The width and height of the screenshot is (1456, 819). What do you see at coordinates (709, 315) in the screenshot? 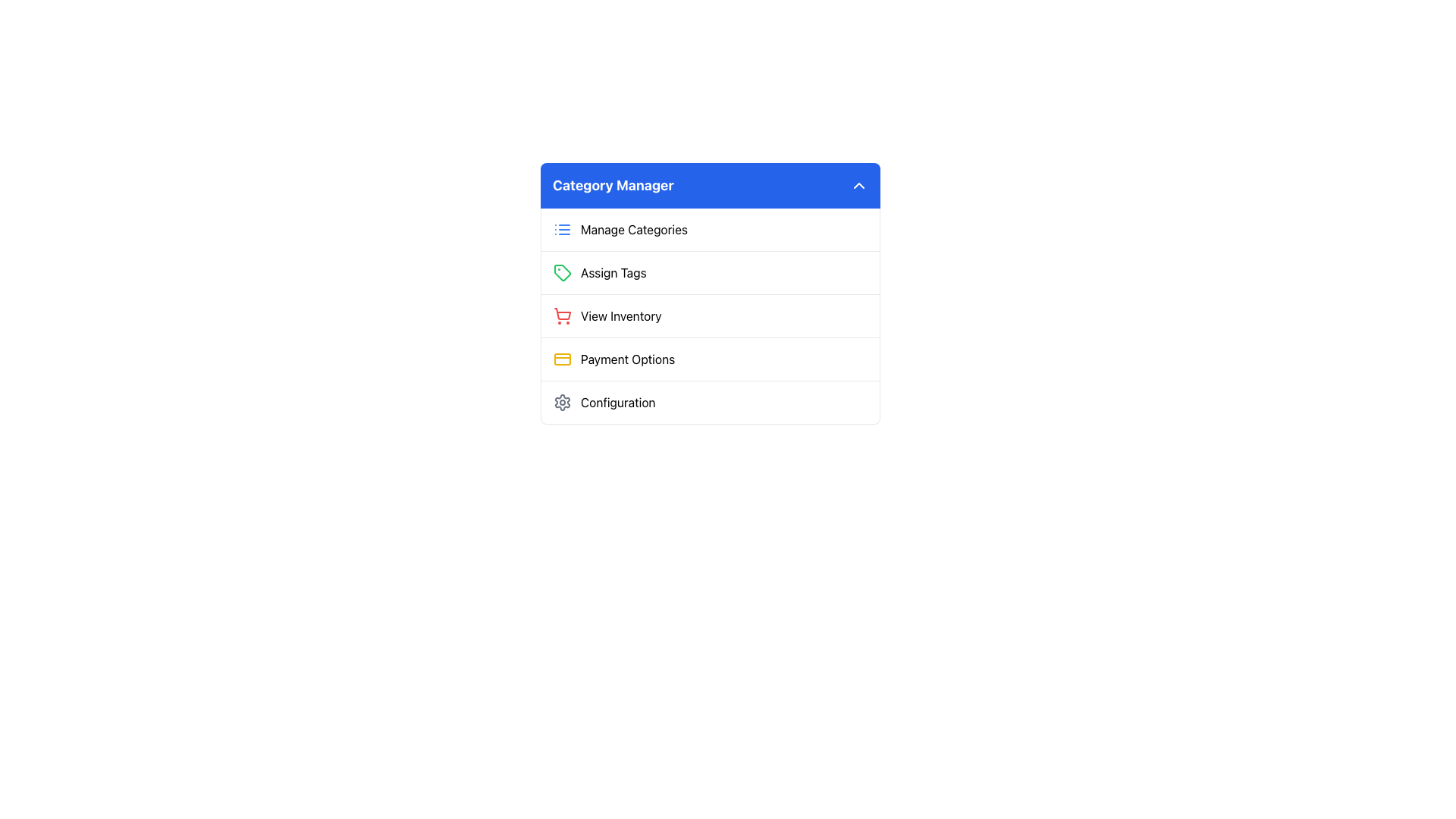
I see `the 'View Inventory' button, which has a red shopping cart icon and is styled with a white background, located in the list under 'Category Manager'` at bounding box center [709, 315].